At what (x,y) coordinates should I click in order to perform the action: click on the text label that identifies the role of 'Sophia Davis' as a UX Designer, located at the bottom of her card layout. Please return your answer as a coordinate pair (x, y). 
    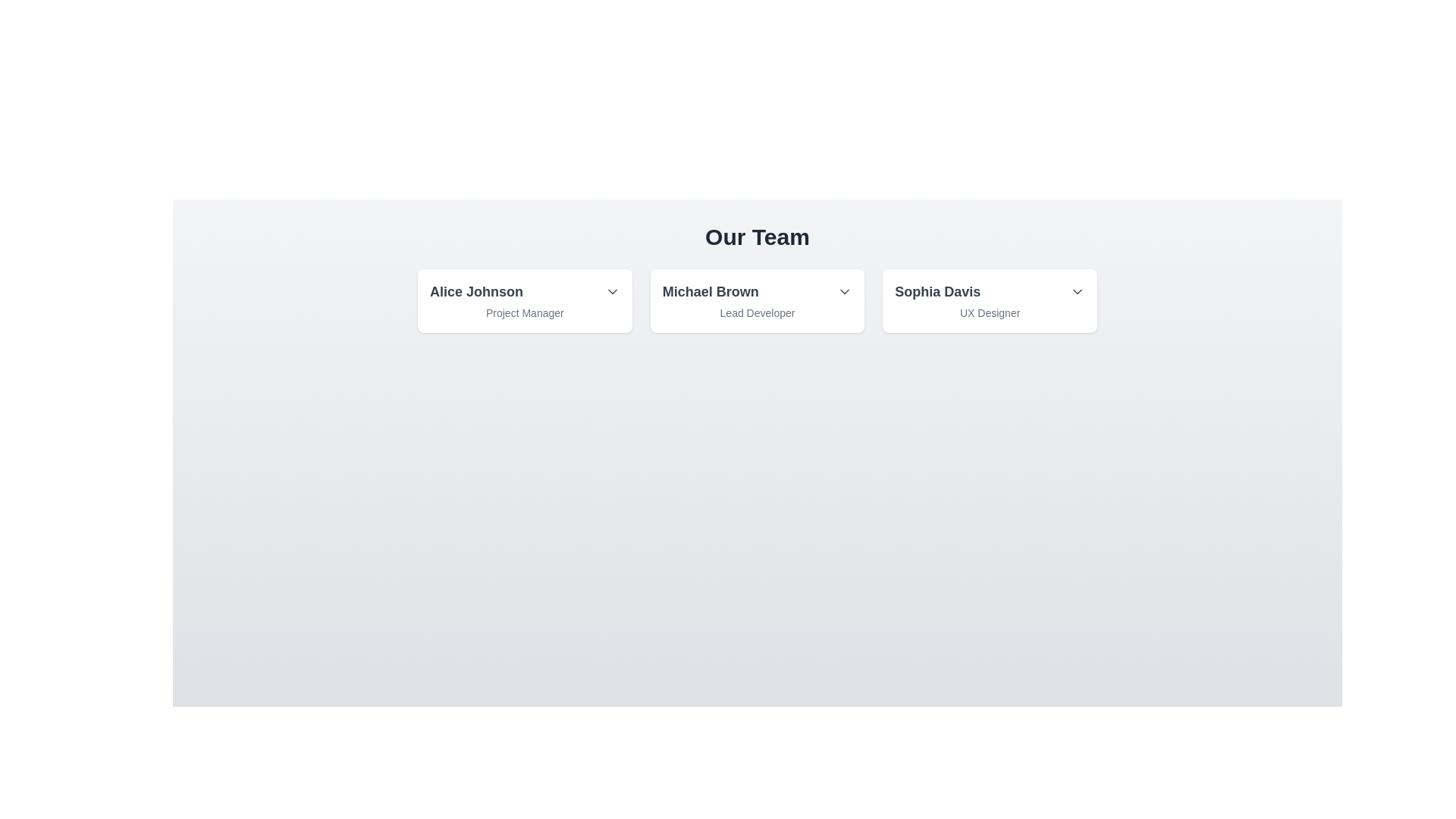
    Looking at the image, I should click on (990, 312).